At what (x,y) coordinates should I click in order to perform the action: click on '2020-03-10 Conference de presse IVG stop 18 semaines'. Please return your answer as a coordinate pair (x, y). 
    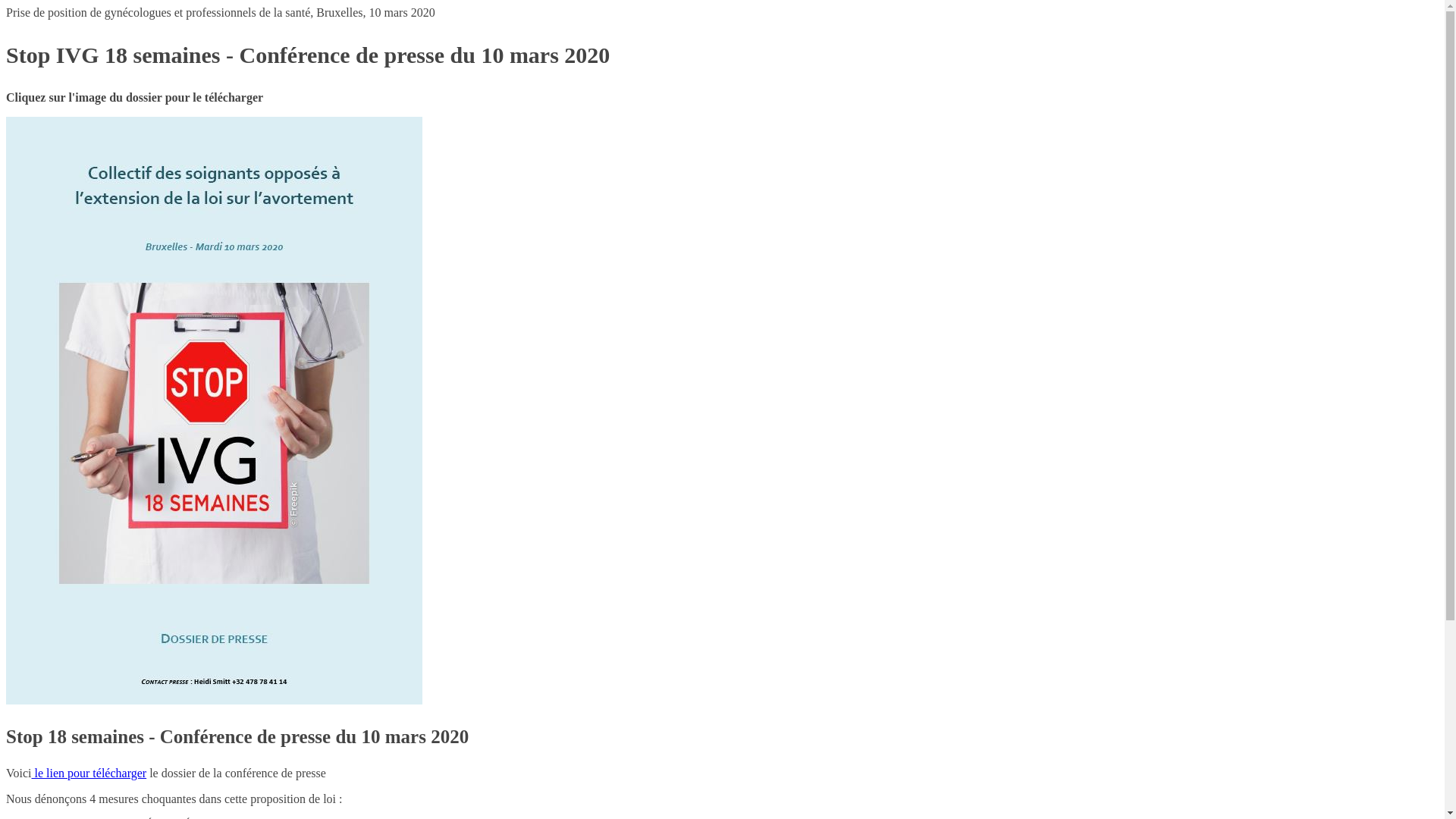
    Looking at the image, I should click on (213, 410).